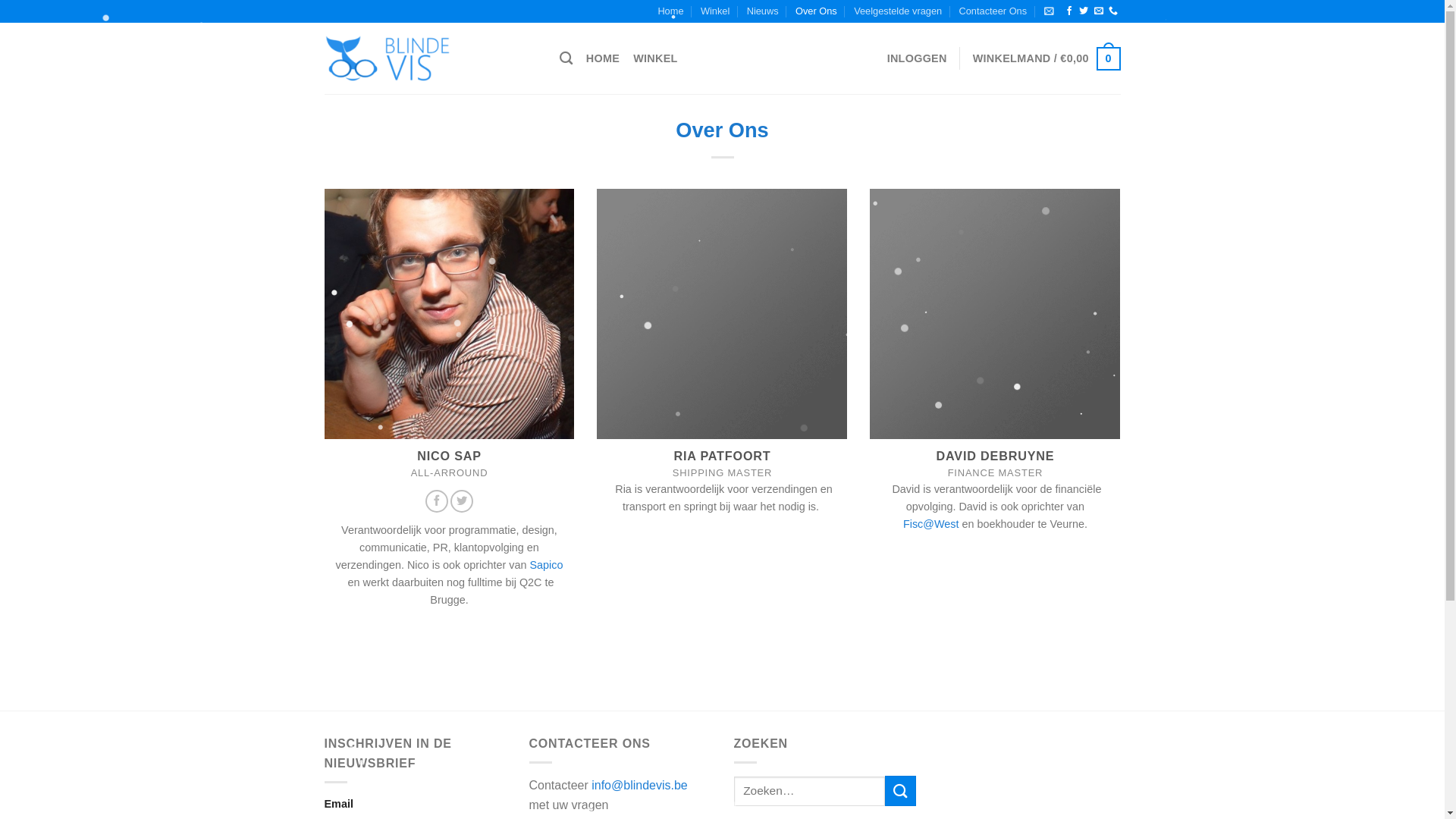 The image size is (1456, 819). Describe the element at coordinates (815, 11) in the screenshot. I see `'Over Ons'` at that location.